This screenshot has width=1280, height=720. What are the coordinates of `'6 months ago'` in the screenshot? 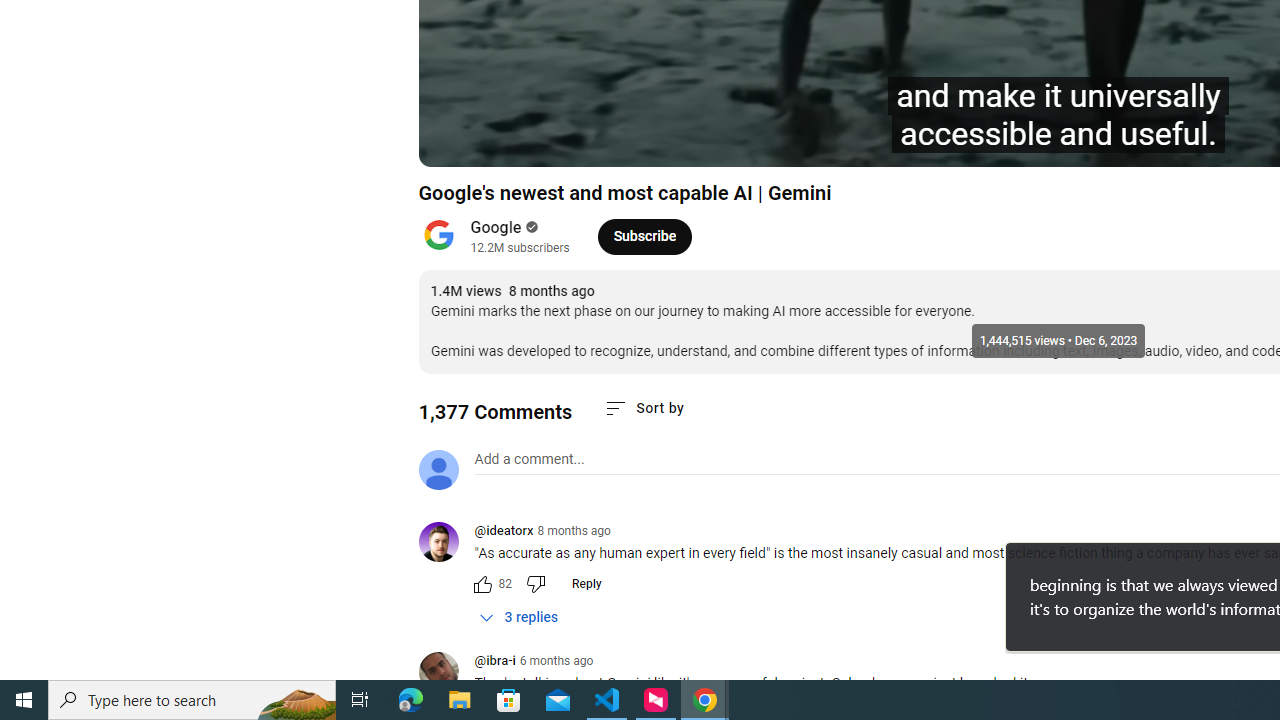 It's located at (556, 661).